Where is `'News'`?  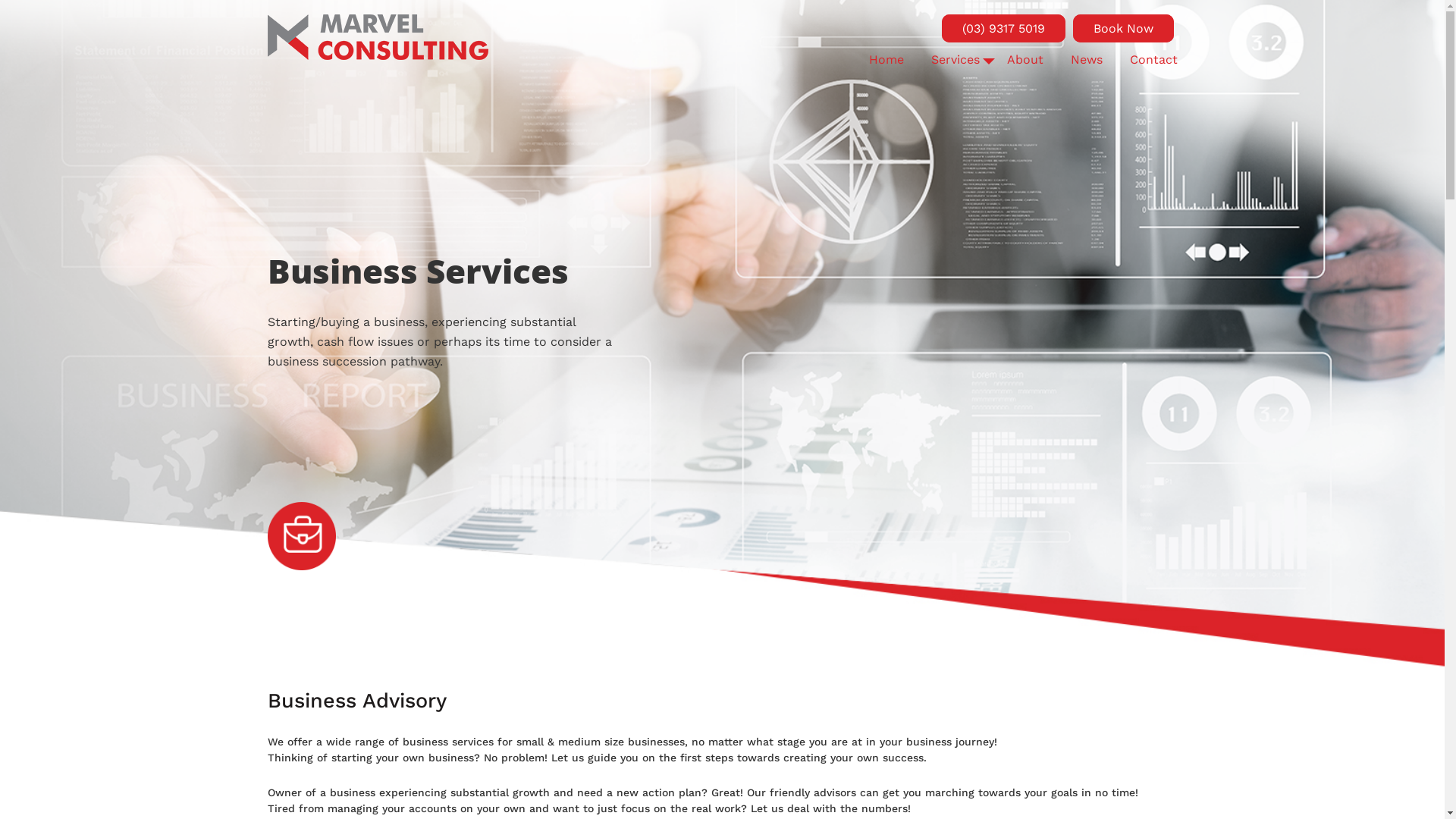 'News' is located at coordinates (1086, 58).